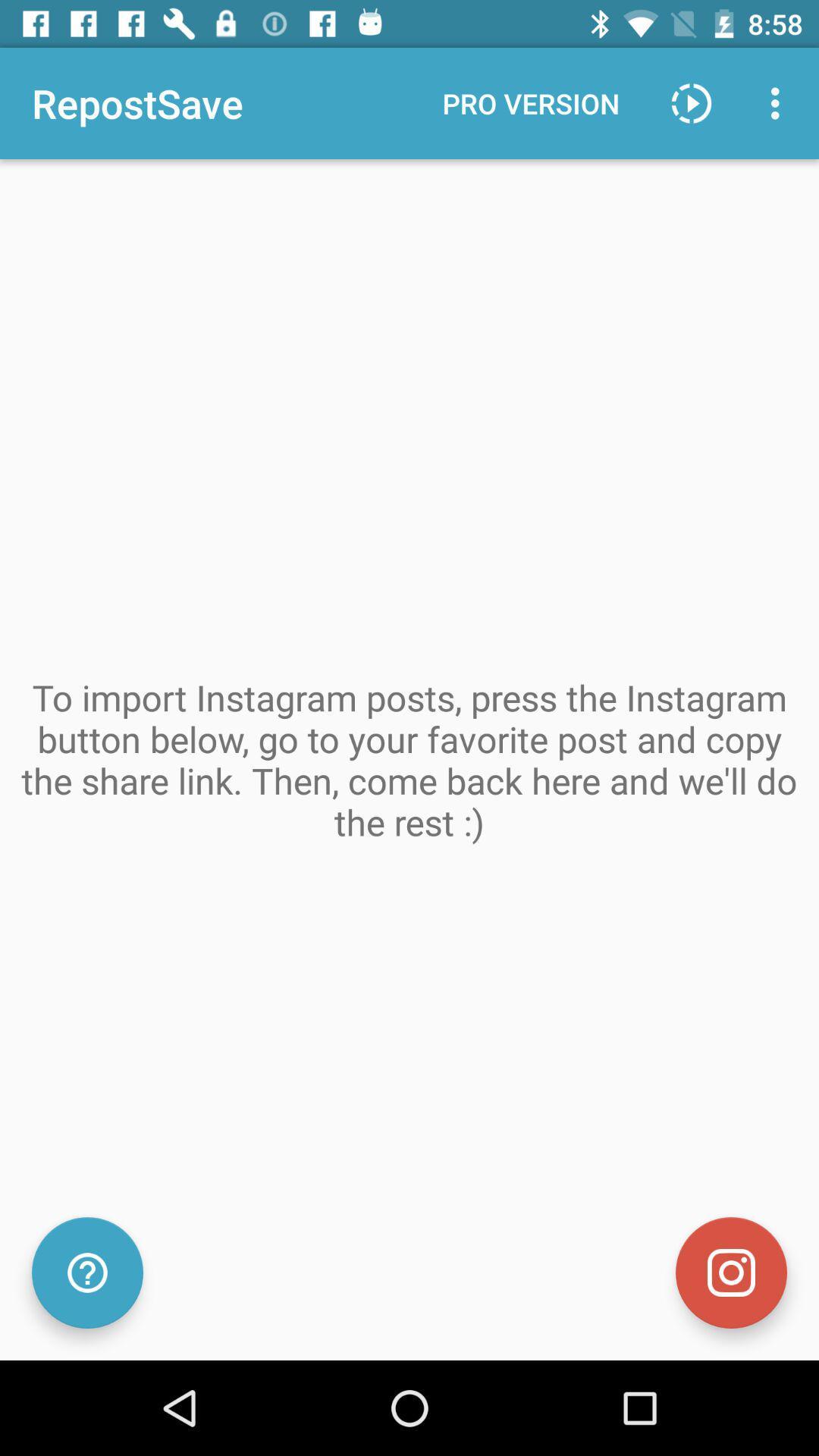 This screenshot has height=1456, width=819. What do you see at coordinates (87, 1272) in the screenshot?
I see `the item below to import instagram item` at bounding box center [87, 1272].